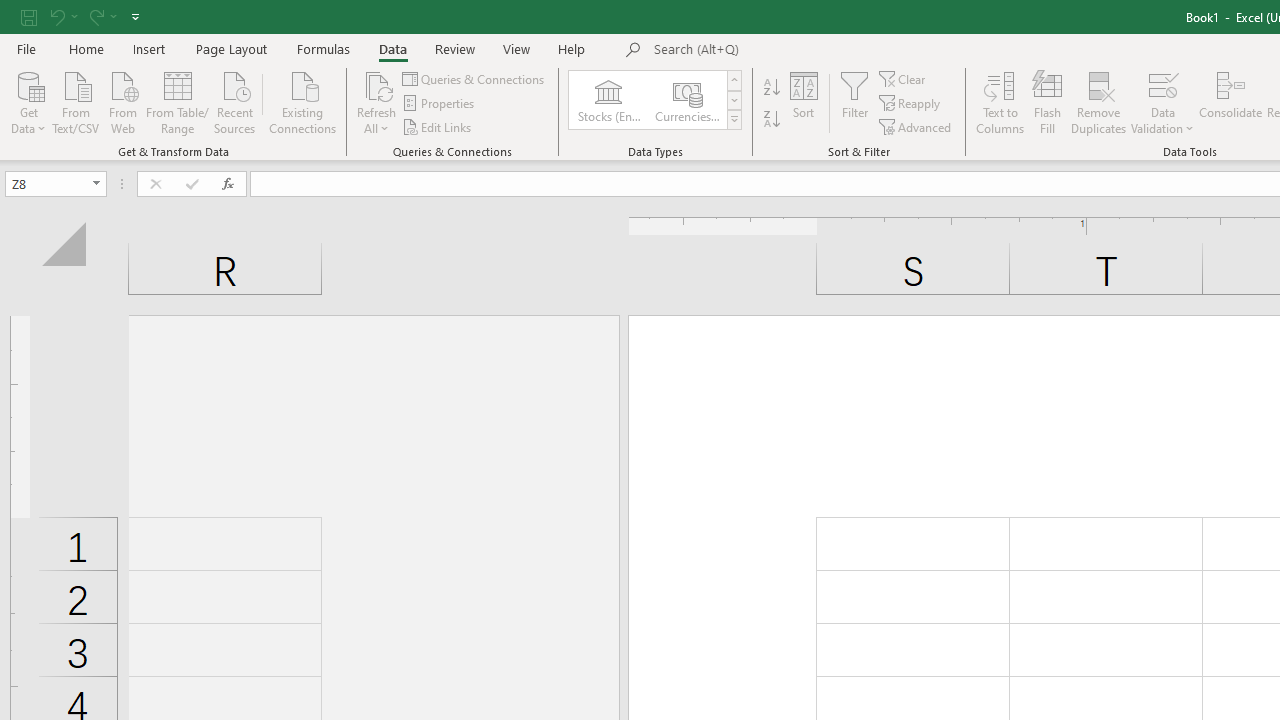 This screenshot has width=1280, height=720. I want to click on 'Data Validation...', so click(1162, 84).